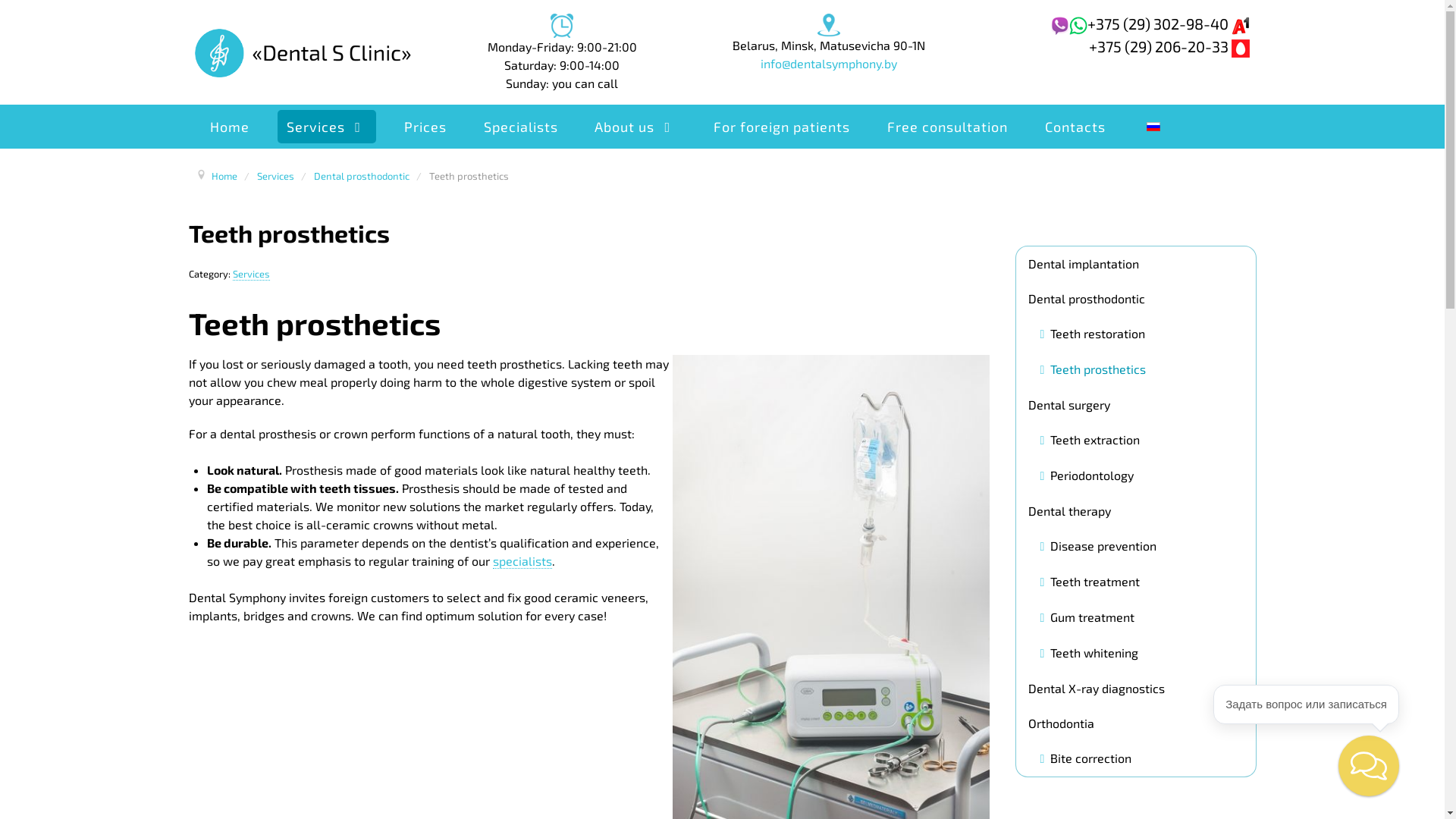 The width and height of the screenshot is (1456, 819). What do you see at coordinates (1034, 125) in the screenshot?
I see `'Contacts'` at bounding box center [1034, 125].